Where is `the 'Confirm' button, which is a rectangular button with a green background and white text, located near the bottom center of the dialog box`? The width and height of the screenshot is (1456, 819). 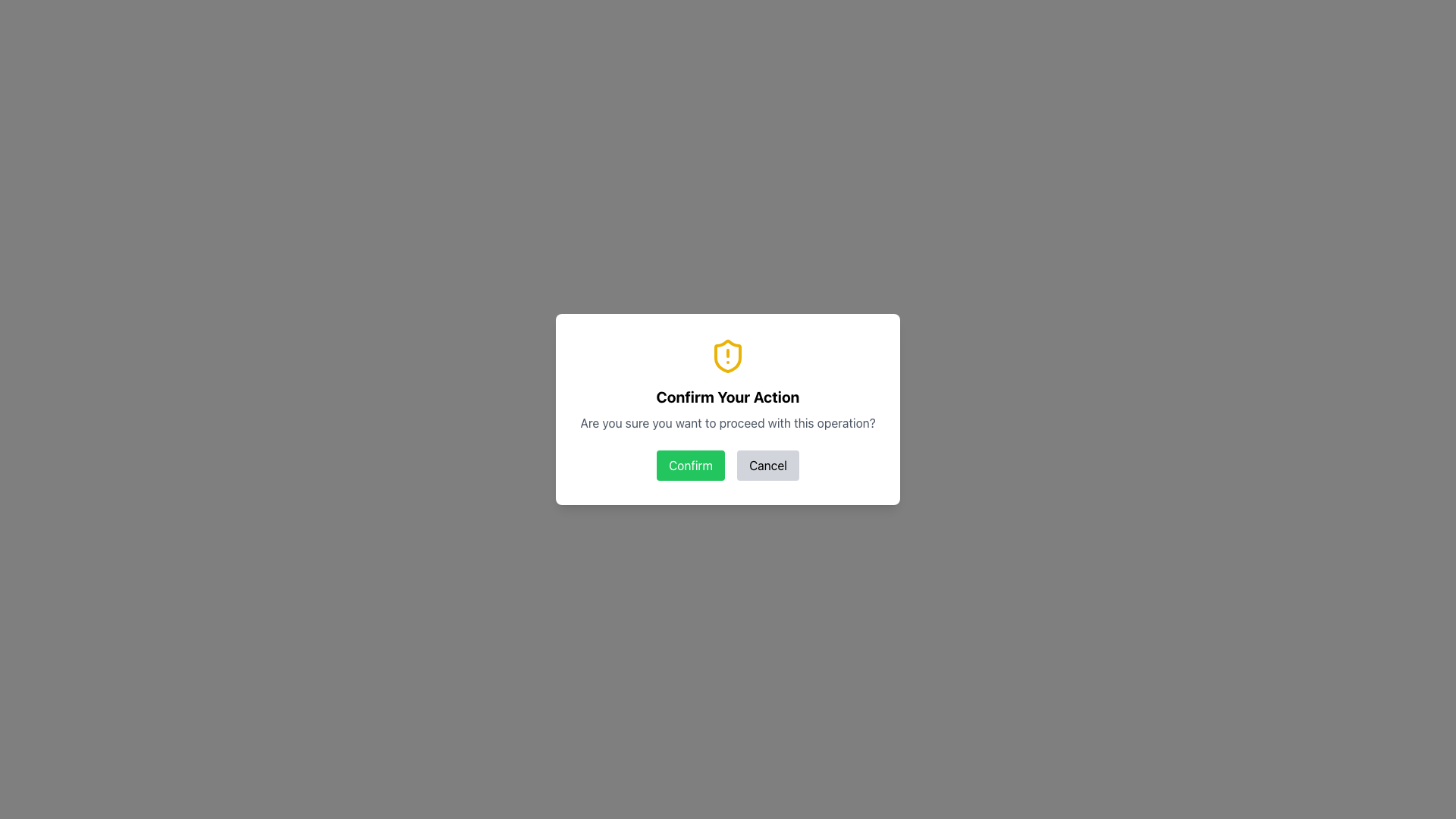
the 'Confirm' button, which is a rectangular button with a green background and white text, located near the bottom center of the dialog box is located at coordinates (690, 464).